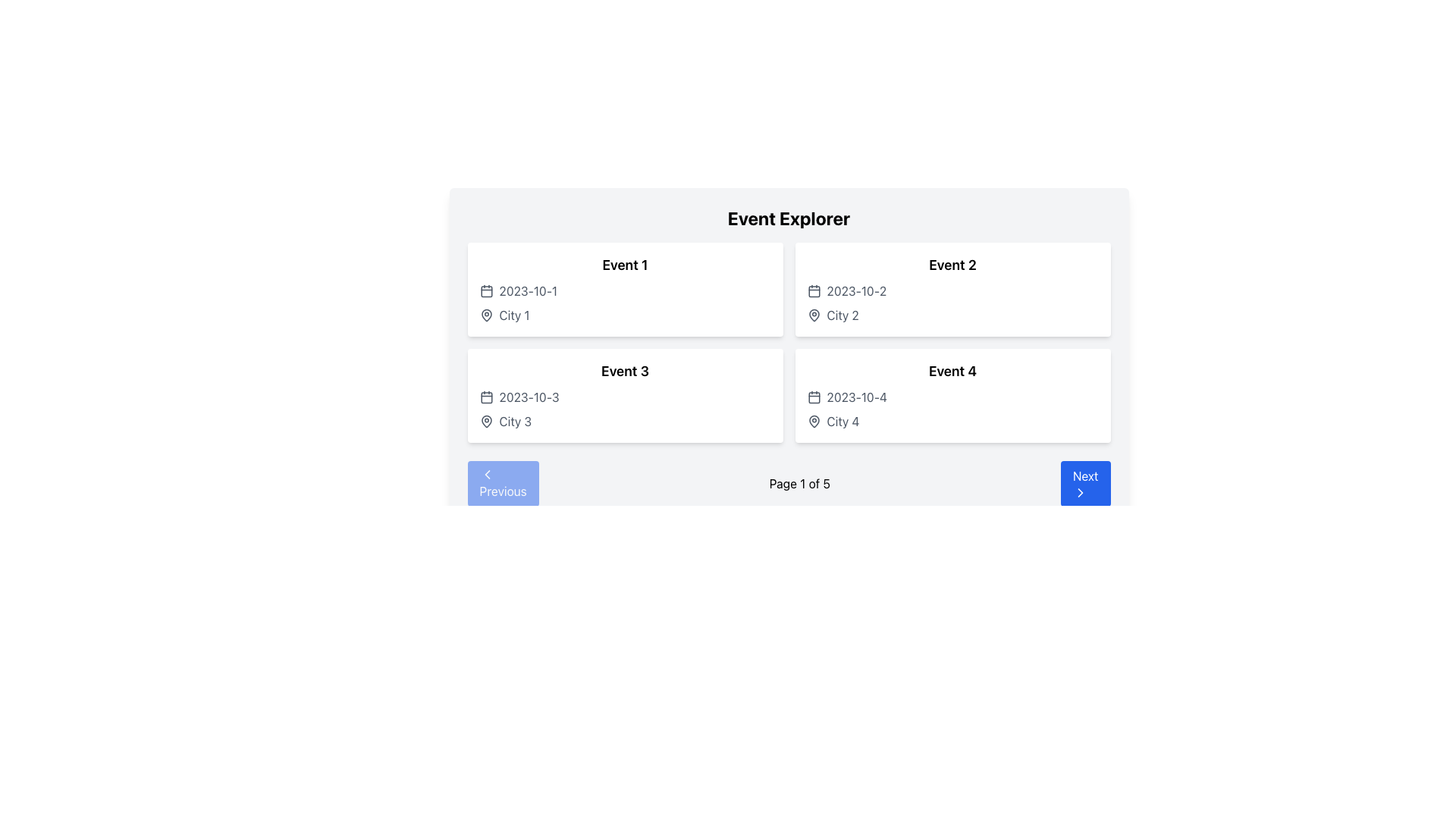 This screenshot has width=1456, height=819. What do you see at coordinates (486, 315) in the screenshot?
I see `the pin-shaped location marker icon located in the 'Event 1' section of the interface for accessibility` at bounding box center [486, 315].